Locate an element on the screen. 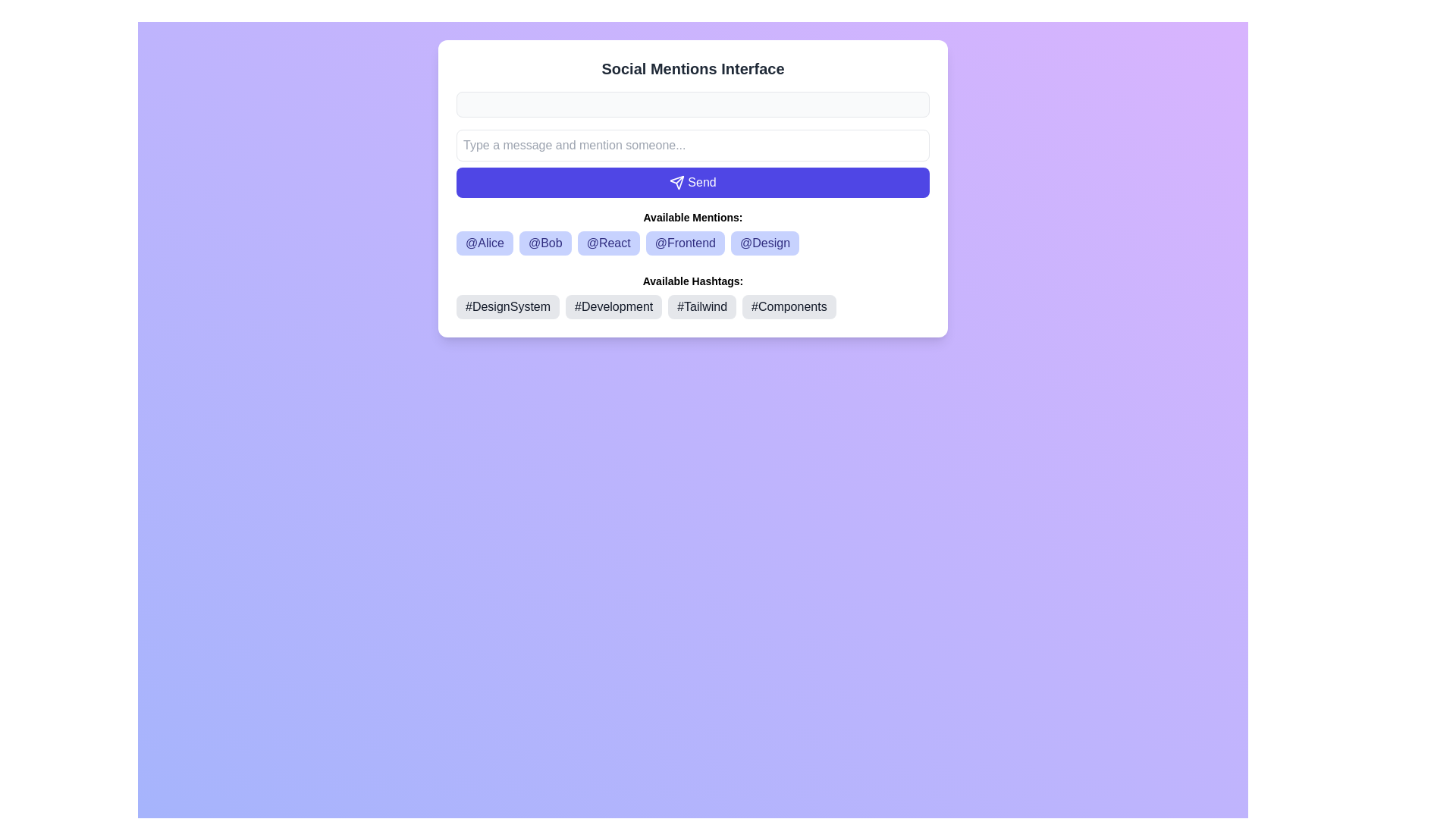 The width and height of the screenshot is (1456, 819). the 'Send' button which contains the send icon is located at coordinates (676, 180).